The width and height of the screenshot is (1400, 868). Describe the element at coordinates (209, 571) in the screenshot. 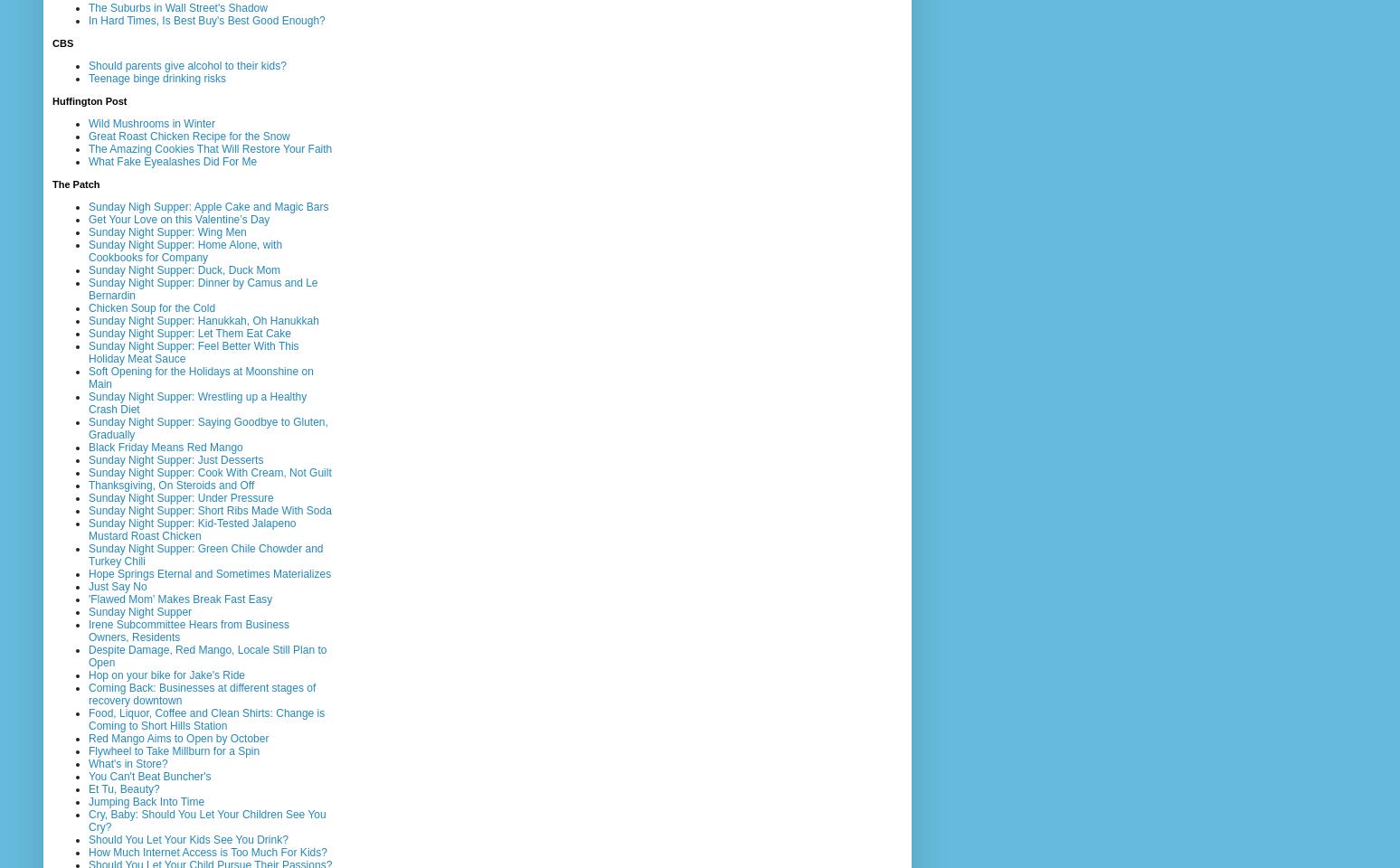

I see `'Hope Springs Eternal and Sometimes Materializes'` at that location.